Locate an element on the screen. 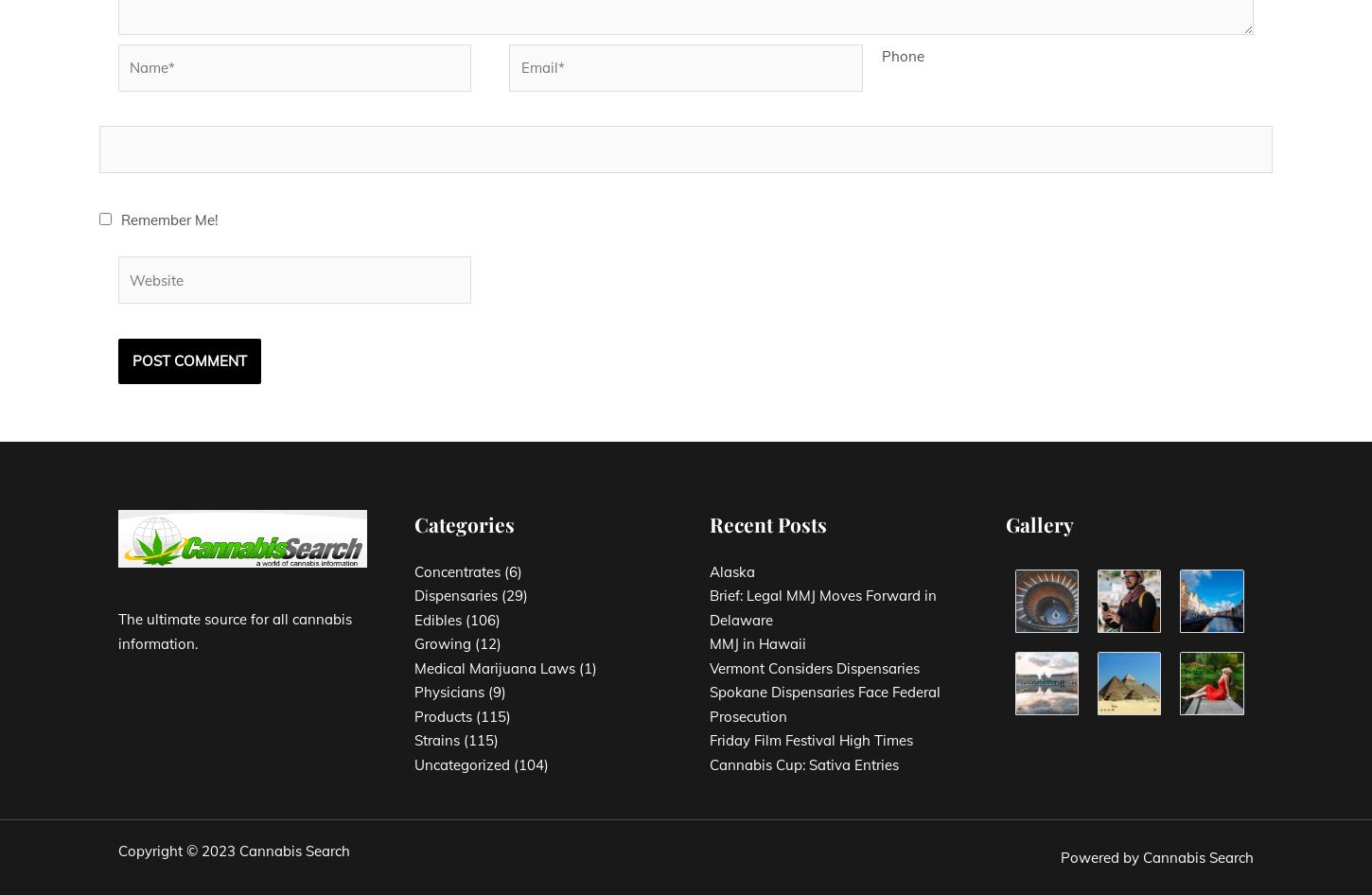 The image size is (1372, 895). 'Products' is located at coordinates (413, 714).